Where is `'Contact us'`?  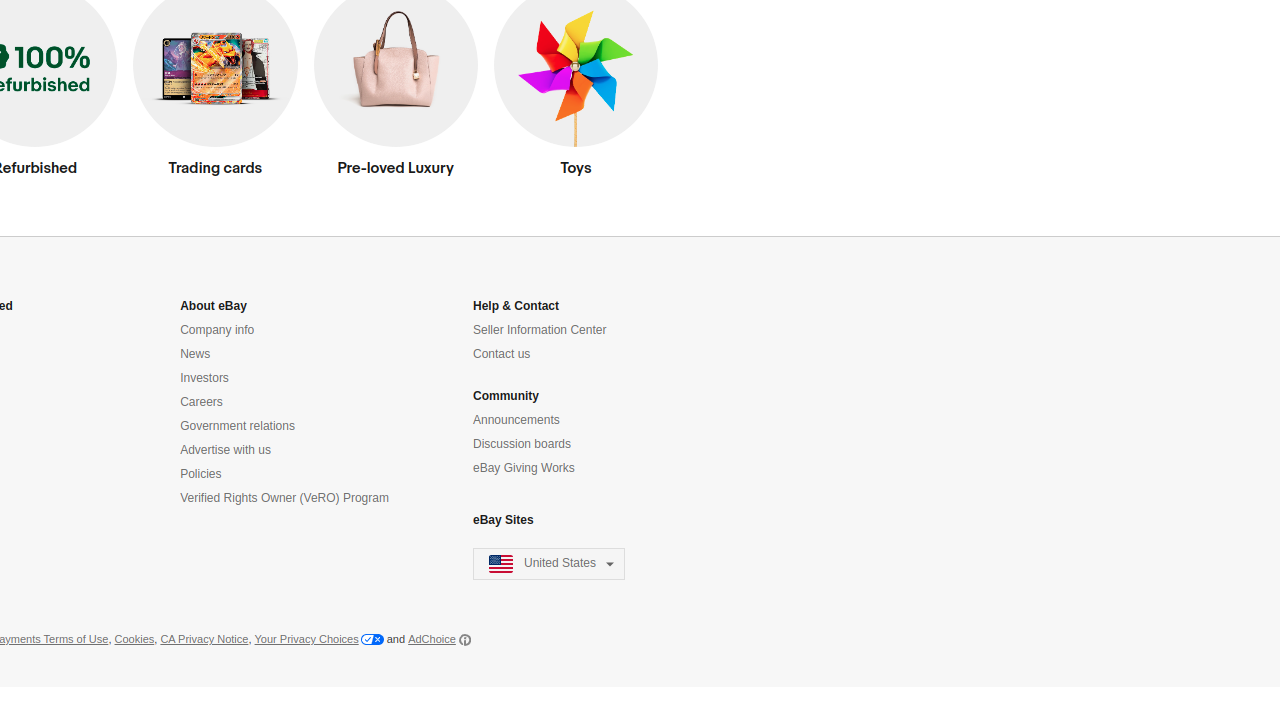 'Contact us' is located at coordinates (502, 353).